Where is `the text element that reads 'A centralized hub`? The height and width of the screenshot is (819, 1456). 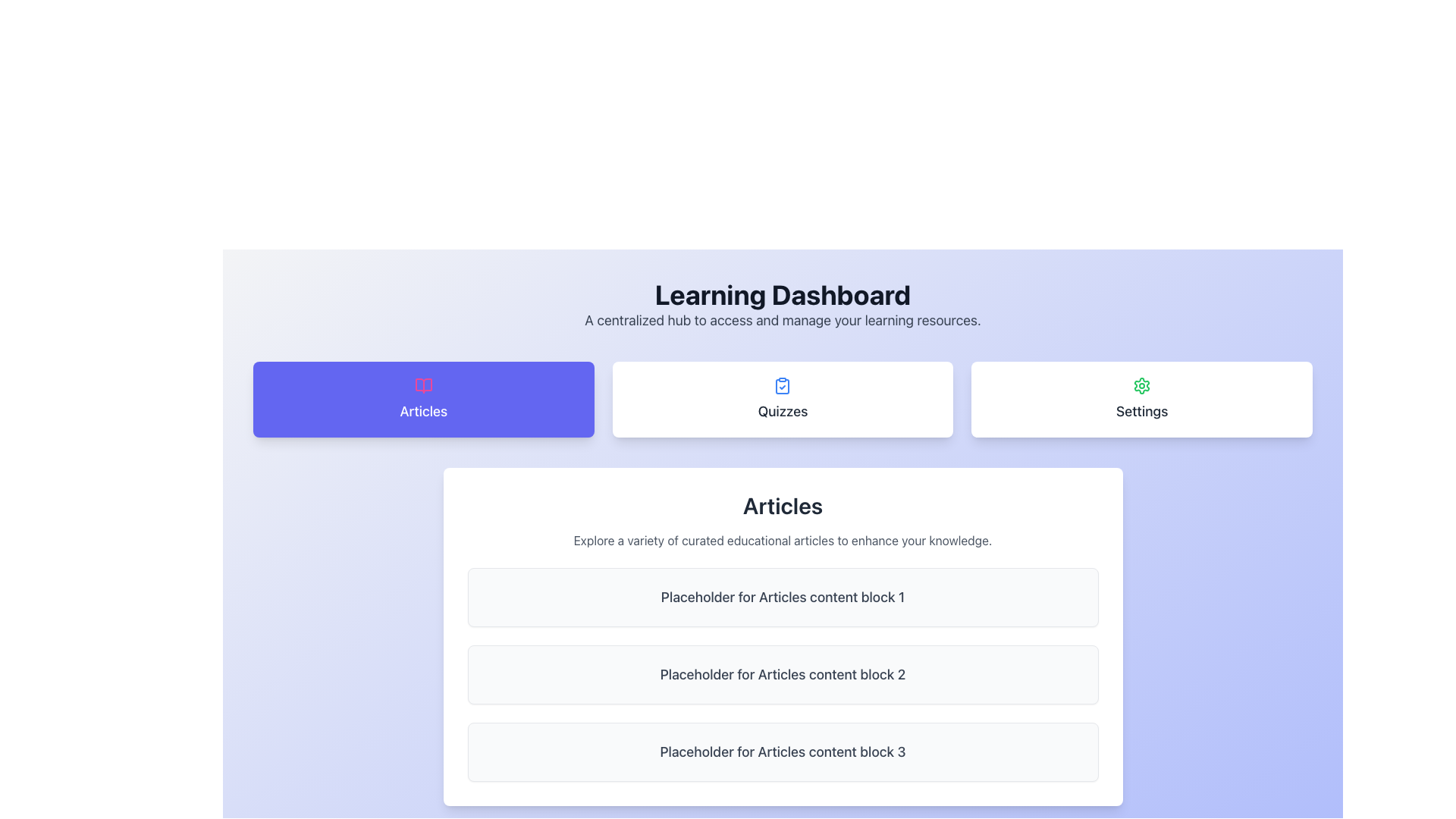 the text element that reads 'A centralized hub is located at coordinates (783, 320).